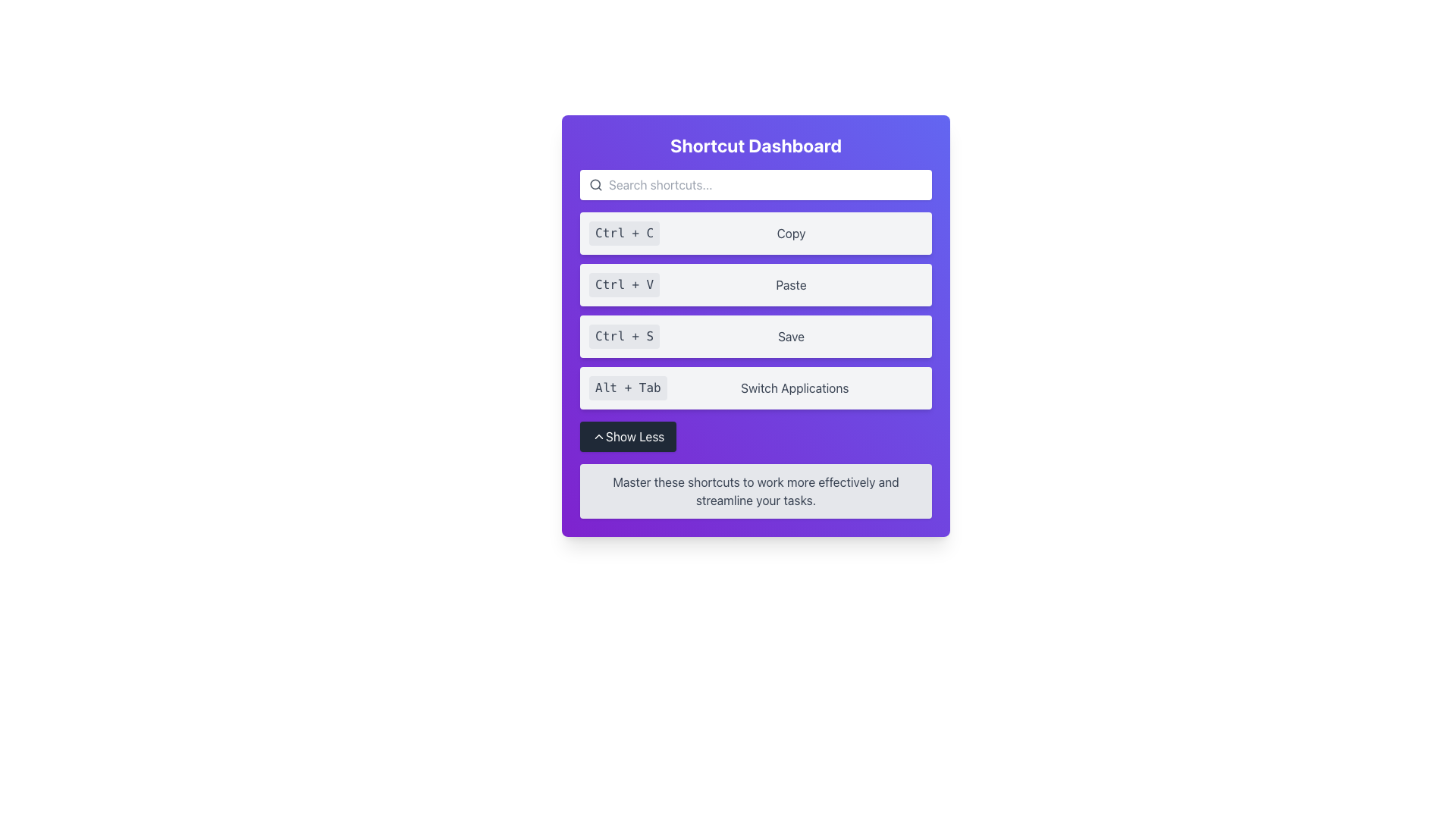 The width and height of the screenshot is (1456, 819). What do you see at coordinates (790, 335) in the screenshot?
I see `the Text Label that indicates the action associated with the shortcut 'Ctrl + S', positioned to the right of its sibling element displaying 'Ctrl + S'` at bounding box center [790, 335].